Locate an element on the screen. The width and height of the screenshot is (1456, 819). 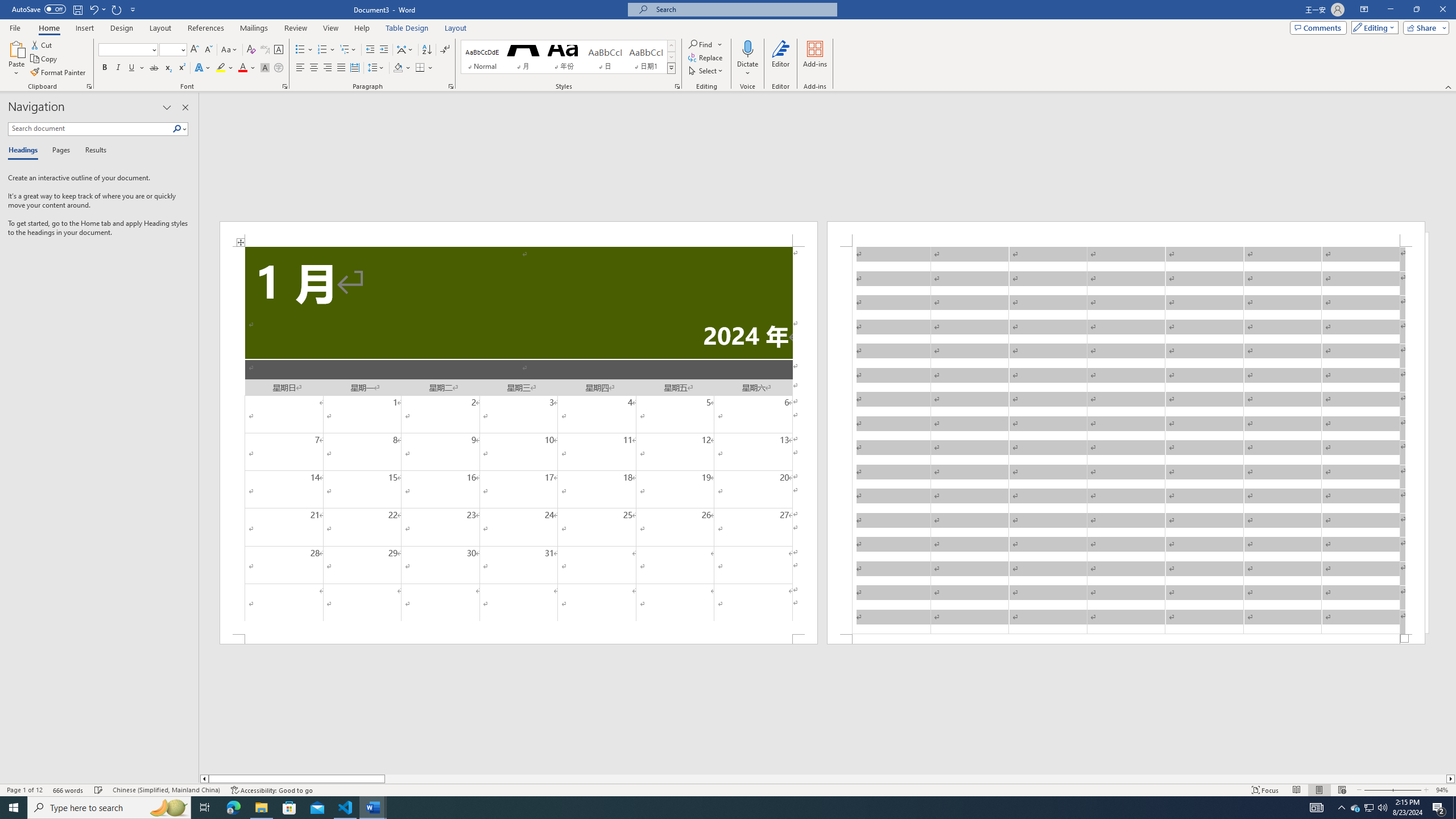
'Align Left' is located at coordinates (300, 67).